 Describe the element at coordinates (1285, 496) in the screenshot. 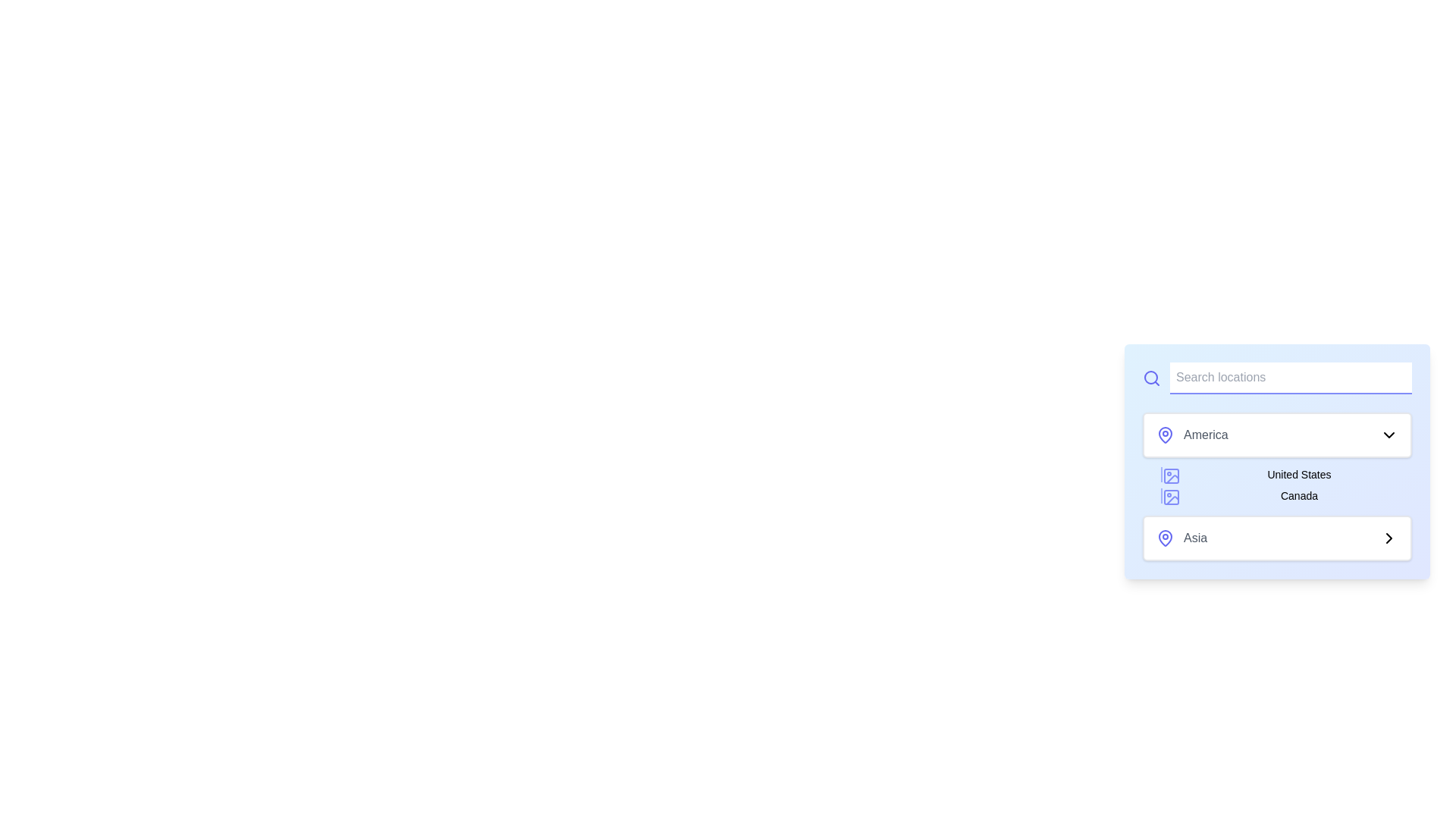

I see `to select the 'Canada' option in the selectable list under the 'America' group, positioned below 'United States'` at that location.